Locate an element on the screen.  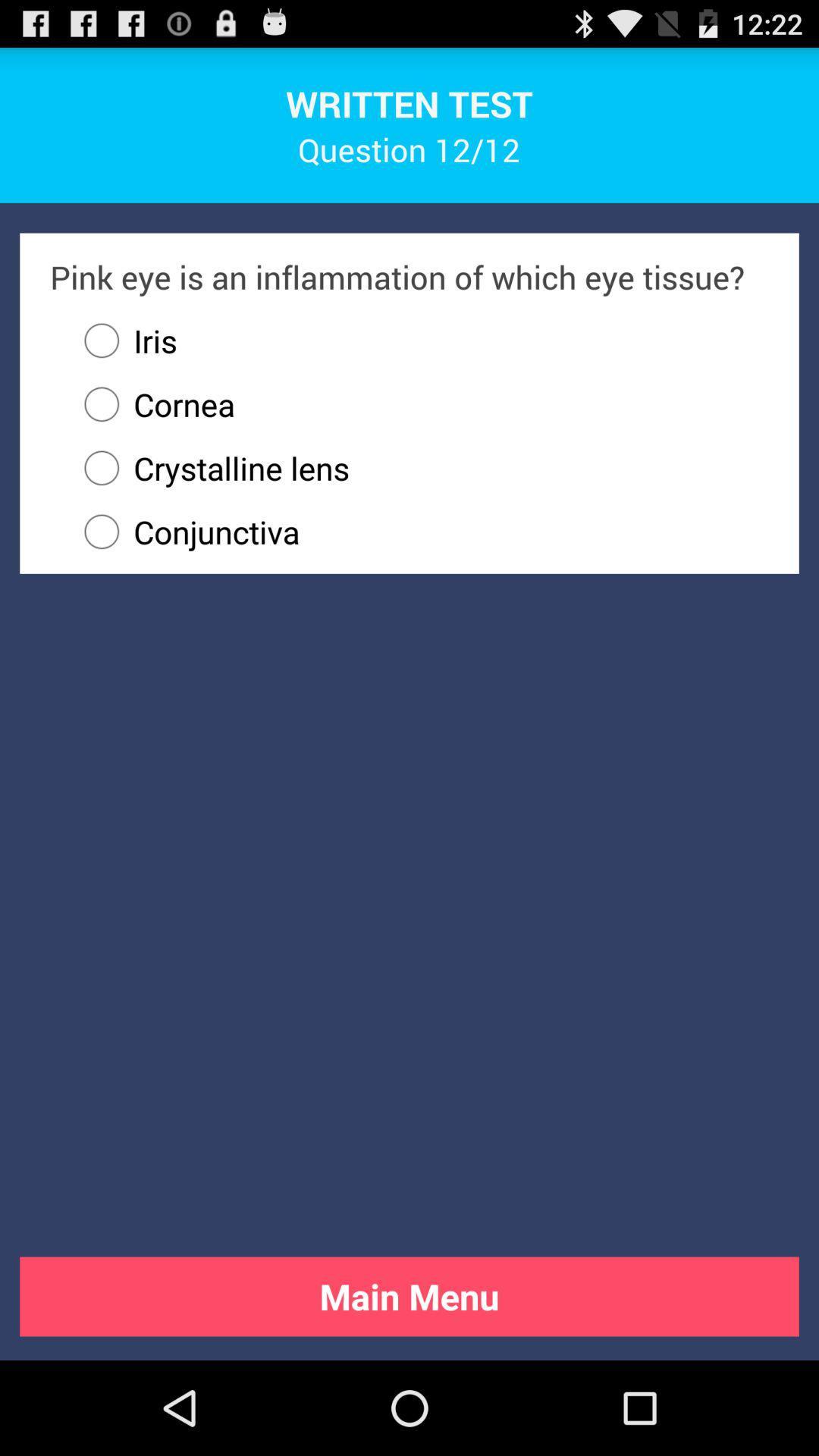
the item below the cornea icon is located at coordinates (419, 467).